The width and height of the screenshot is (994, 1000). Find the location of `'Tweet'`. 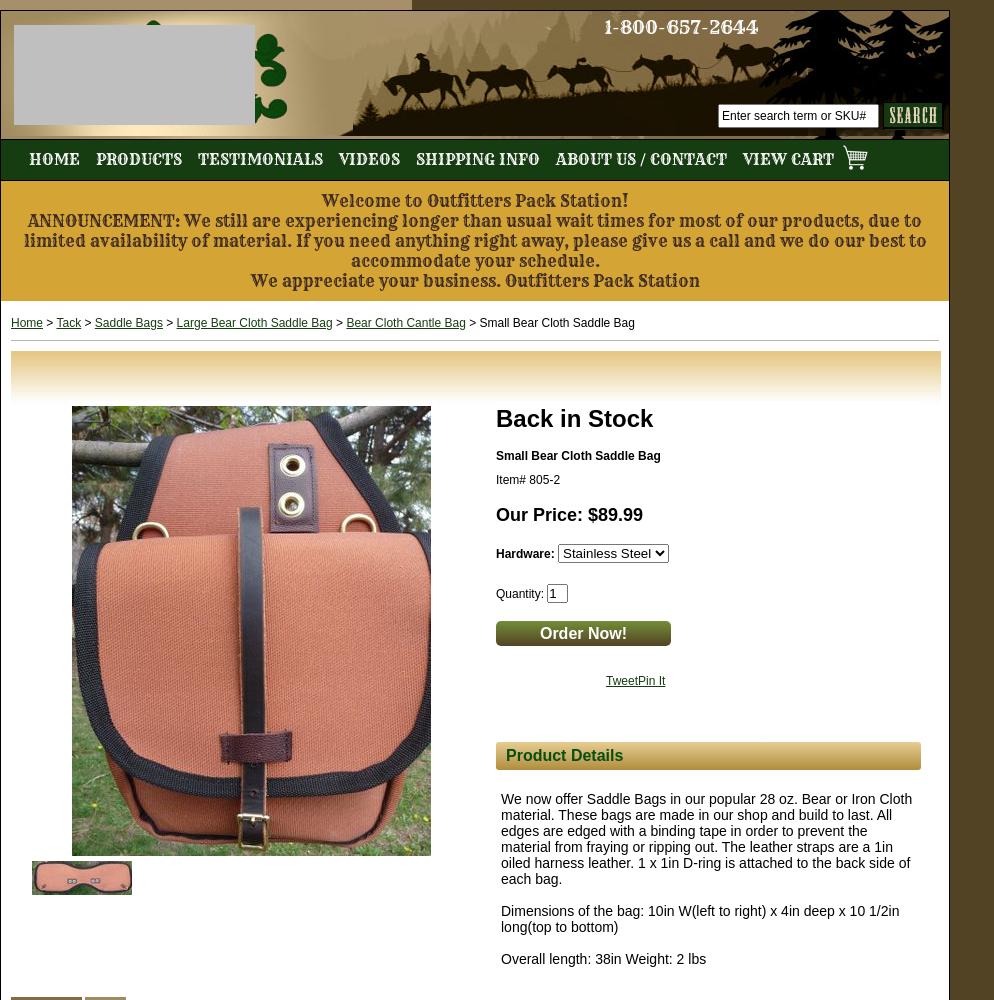

'Tweet' is located at coordinates (605, 681).